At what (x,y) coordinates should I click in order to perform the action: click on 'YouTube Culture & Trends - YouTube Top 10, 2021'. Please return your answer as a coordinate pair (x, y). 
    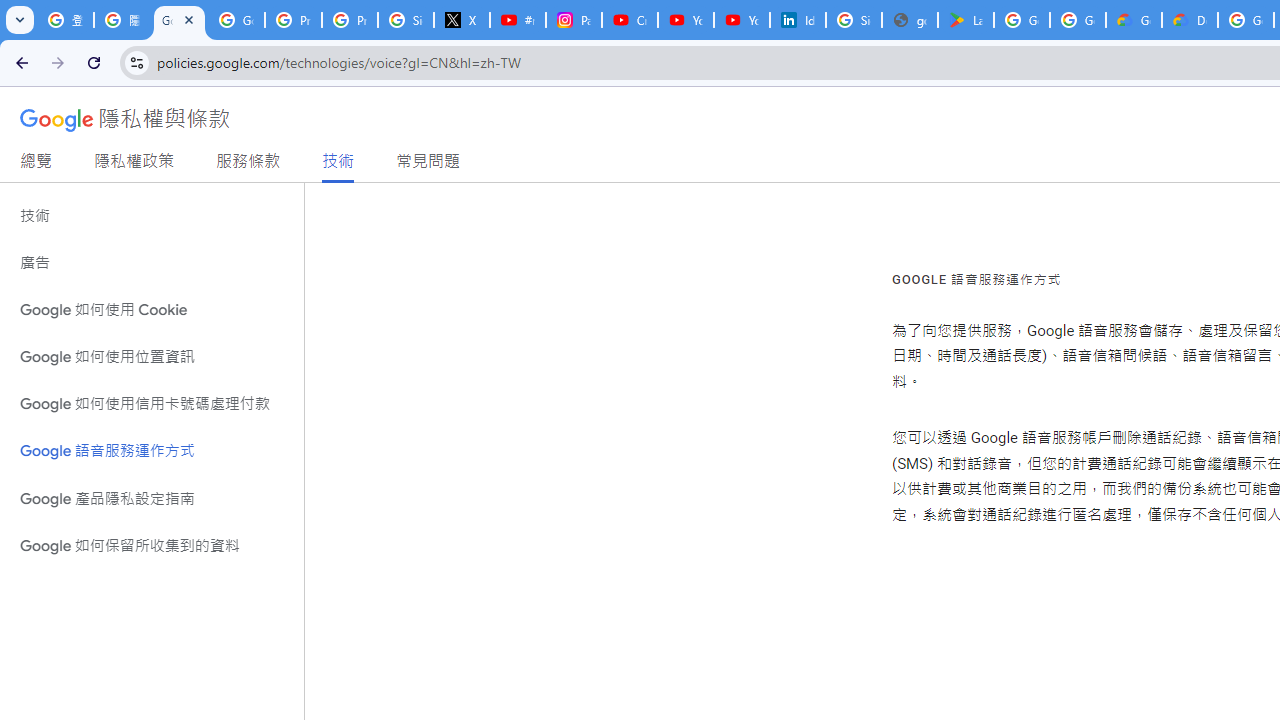
    Looking at the image, I should click on (741, 20).